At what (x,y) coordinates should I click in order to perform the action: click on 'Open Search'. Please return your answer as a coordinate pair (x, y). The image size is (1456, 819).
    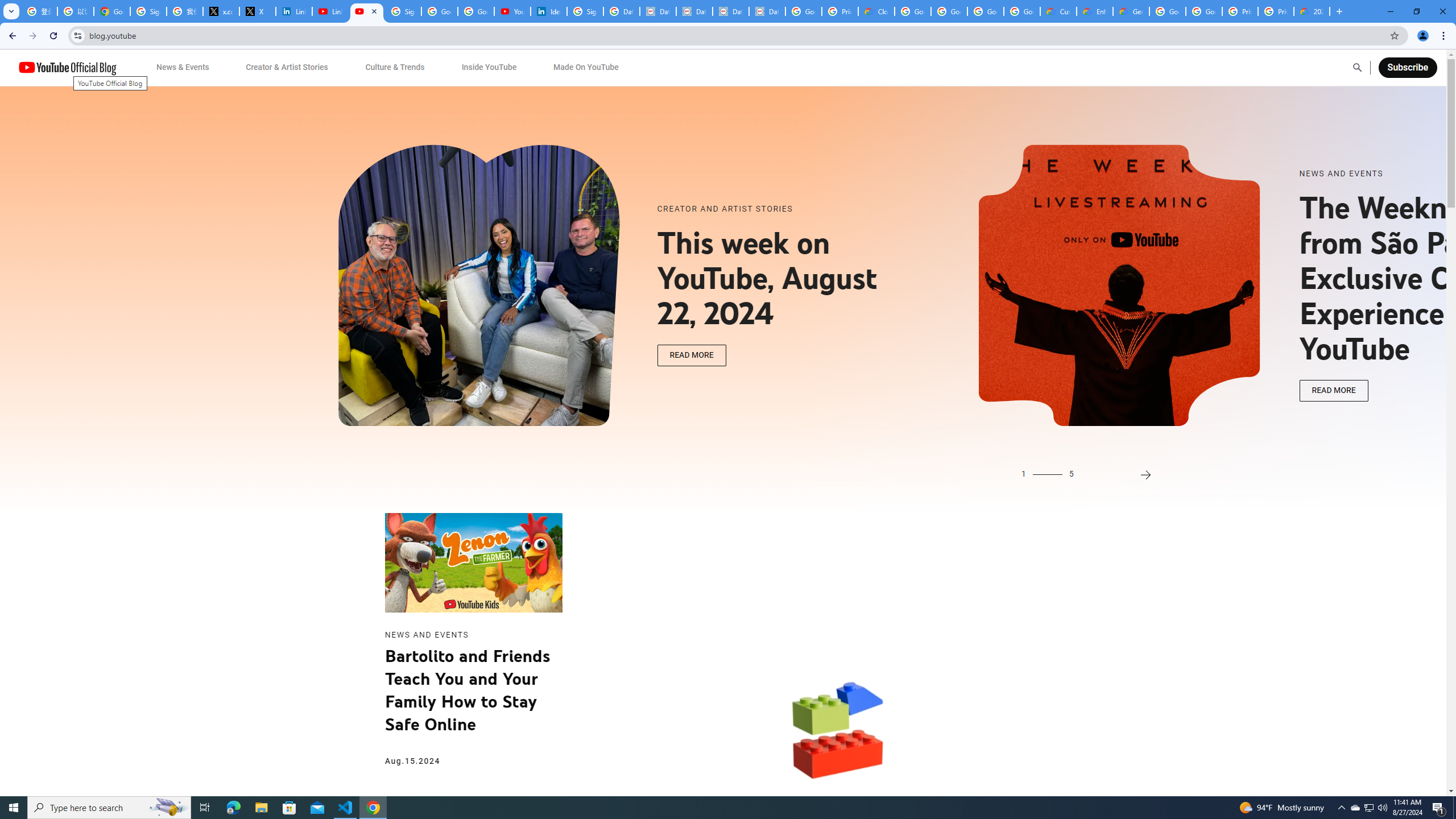
    Looking at the image, I should click on (1357, 67).